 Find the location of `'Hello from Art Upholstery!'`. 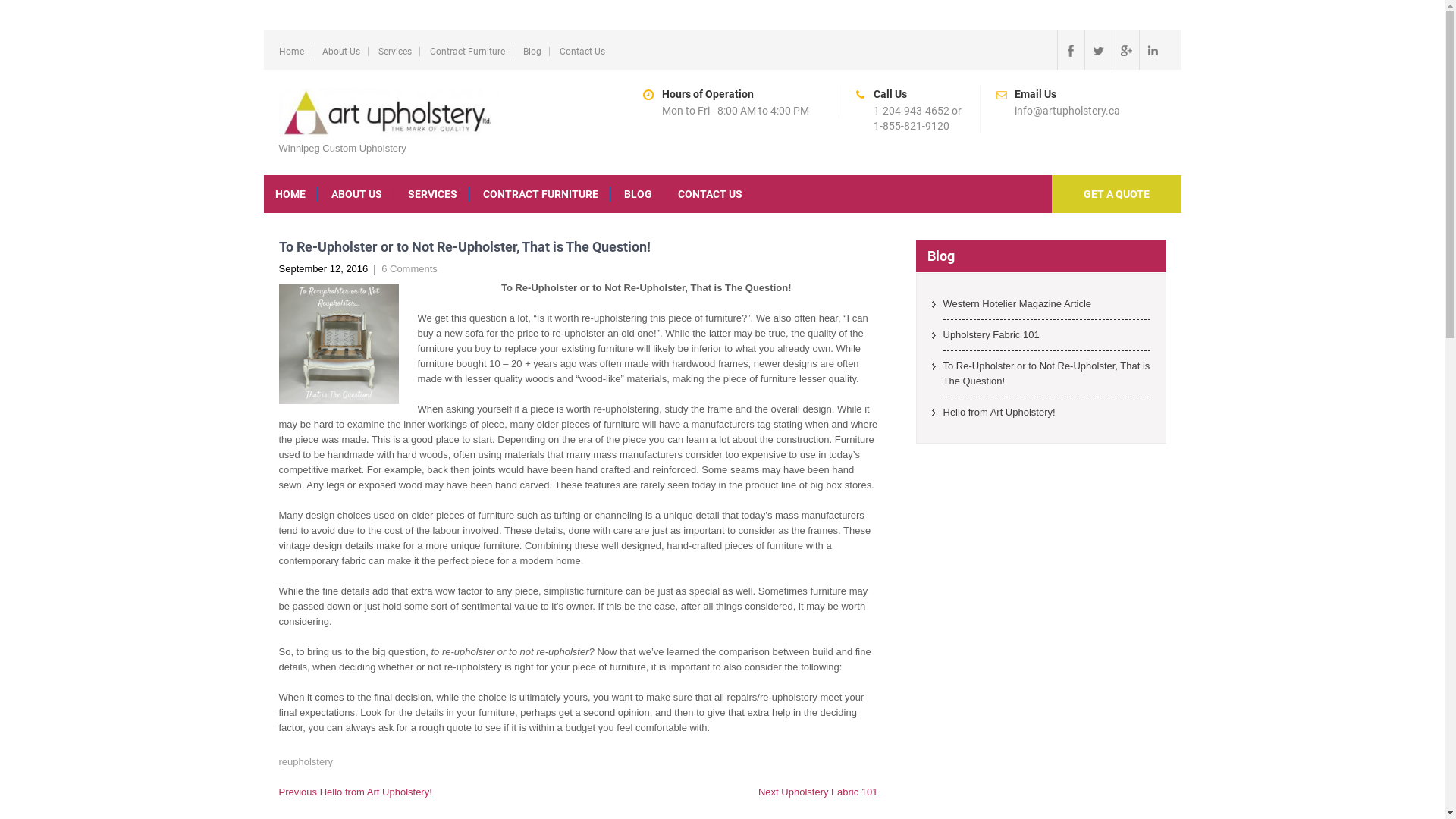

'Hello from Art Upholstery!' is located at coordinates (1046, 416).